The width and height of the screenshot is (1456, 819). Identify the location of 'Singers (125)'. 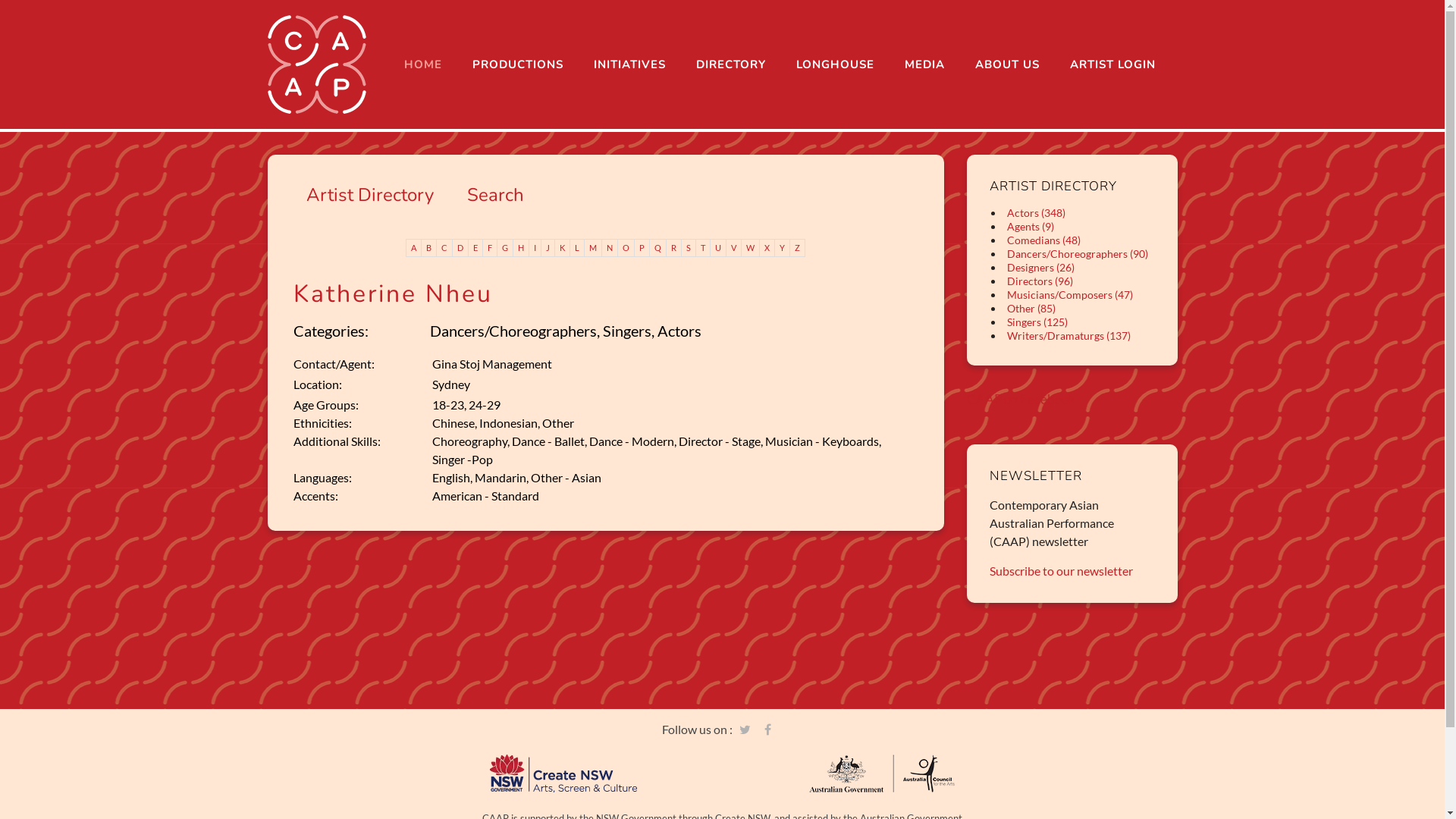
(1037, 321).